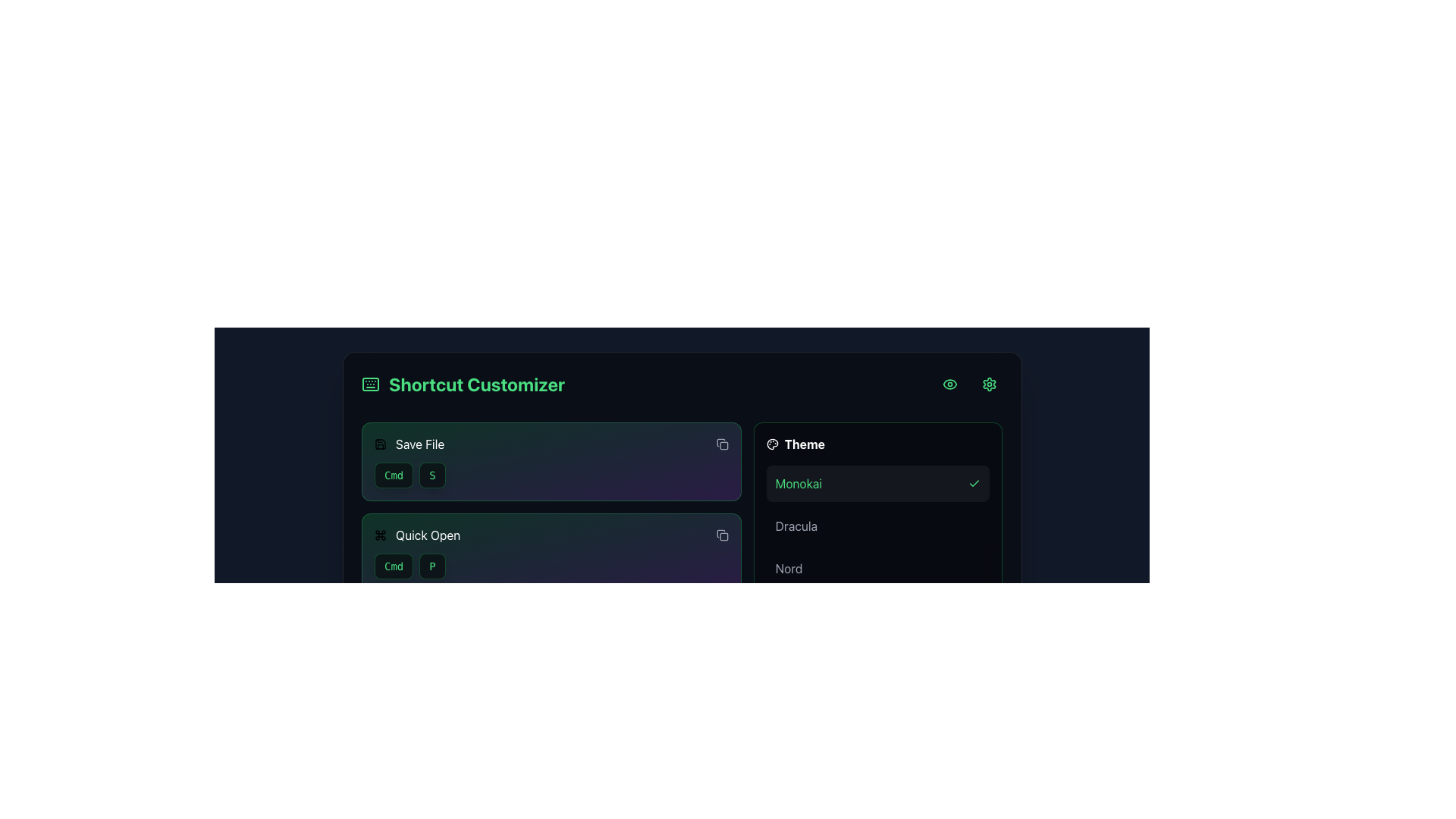  I want to click on the text label displaying 'Nord' in capitalized gray color, so click(789, 568).